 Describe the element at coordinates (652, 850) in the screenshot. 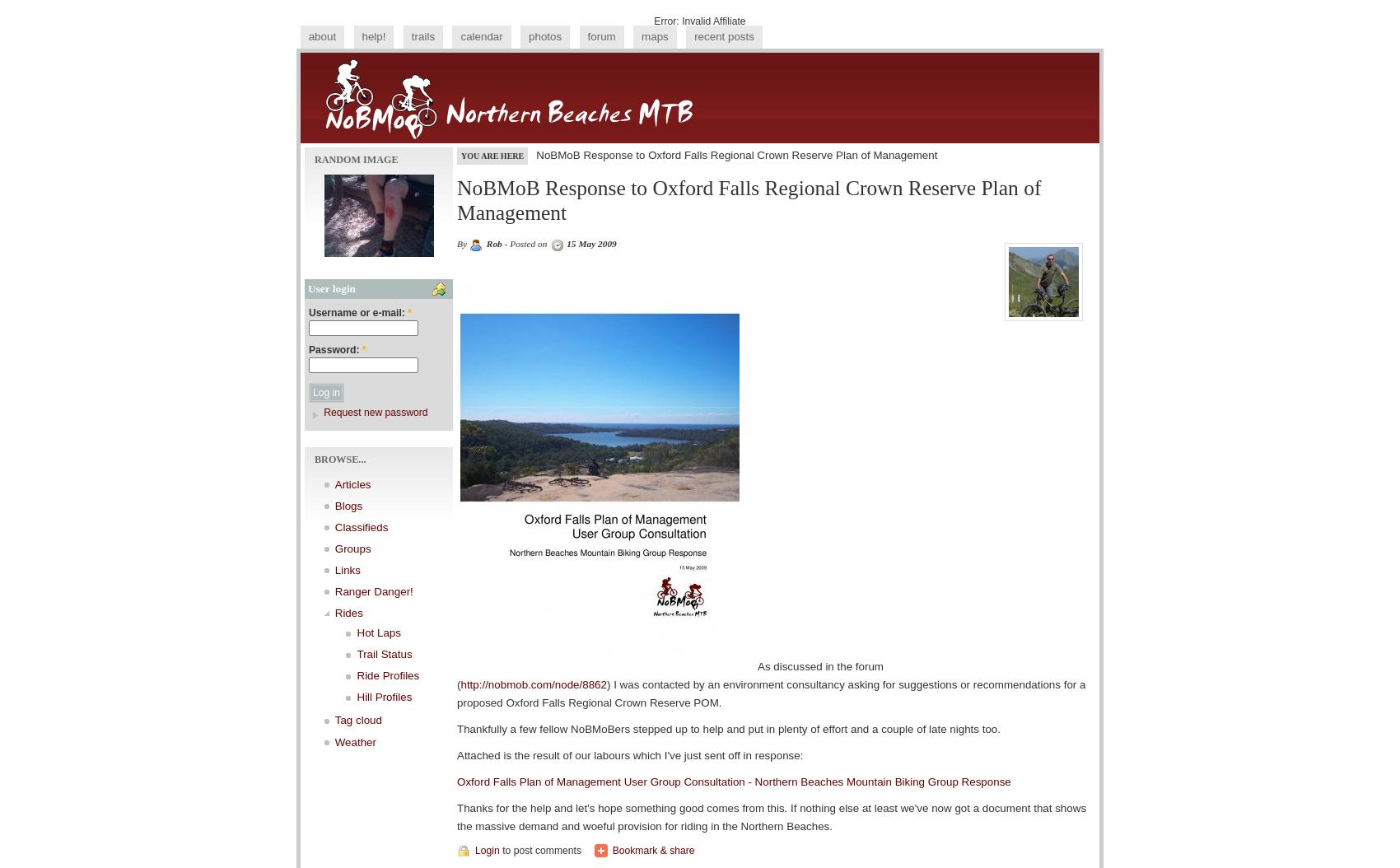

I see `'Bookmark & share'` at that location.